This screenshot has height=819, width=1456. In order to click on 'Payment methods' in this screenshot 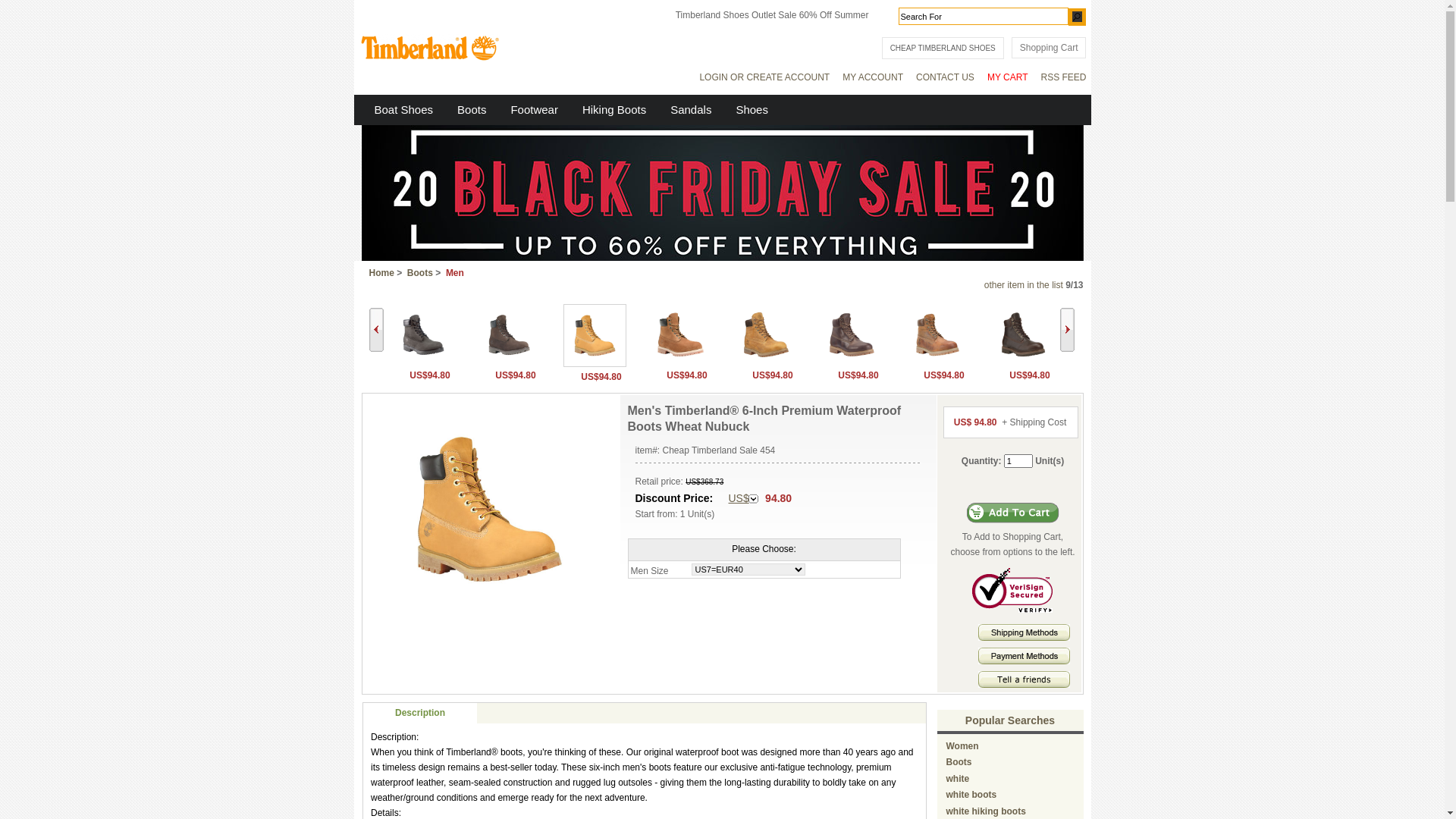, I will do `click(1024, 660)`.